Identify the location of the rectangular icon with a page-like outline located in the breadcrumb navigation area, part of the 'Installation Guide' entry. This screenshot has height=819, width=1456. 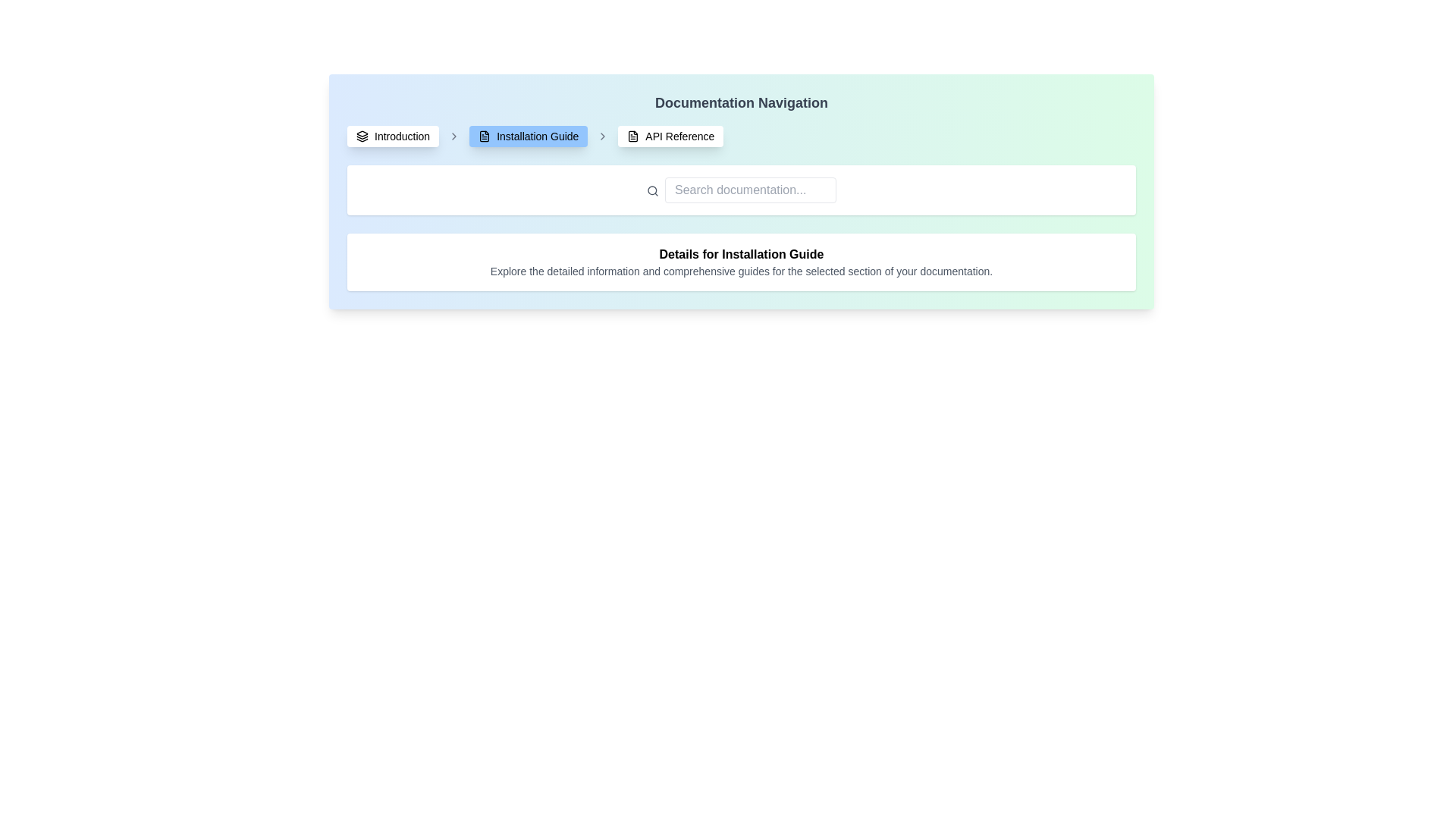
(484, 136).